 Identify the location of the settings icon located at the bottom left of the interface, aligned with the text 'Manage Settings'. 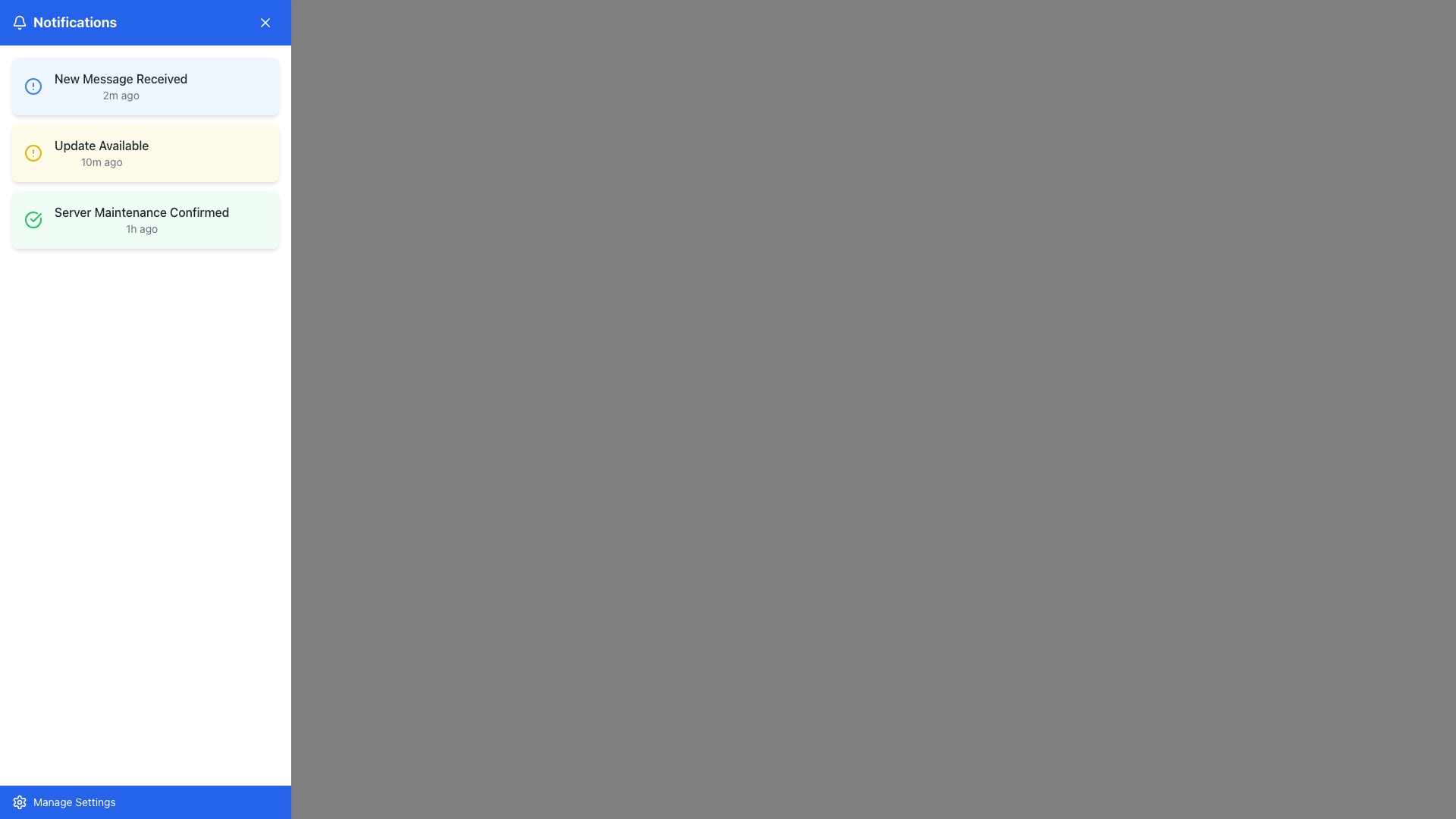
(19, 801).